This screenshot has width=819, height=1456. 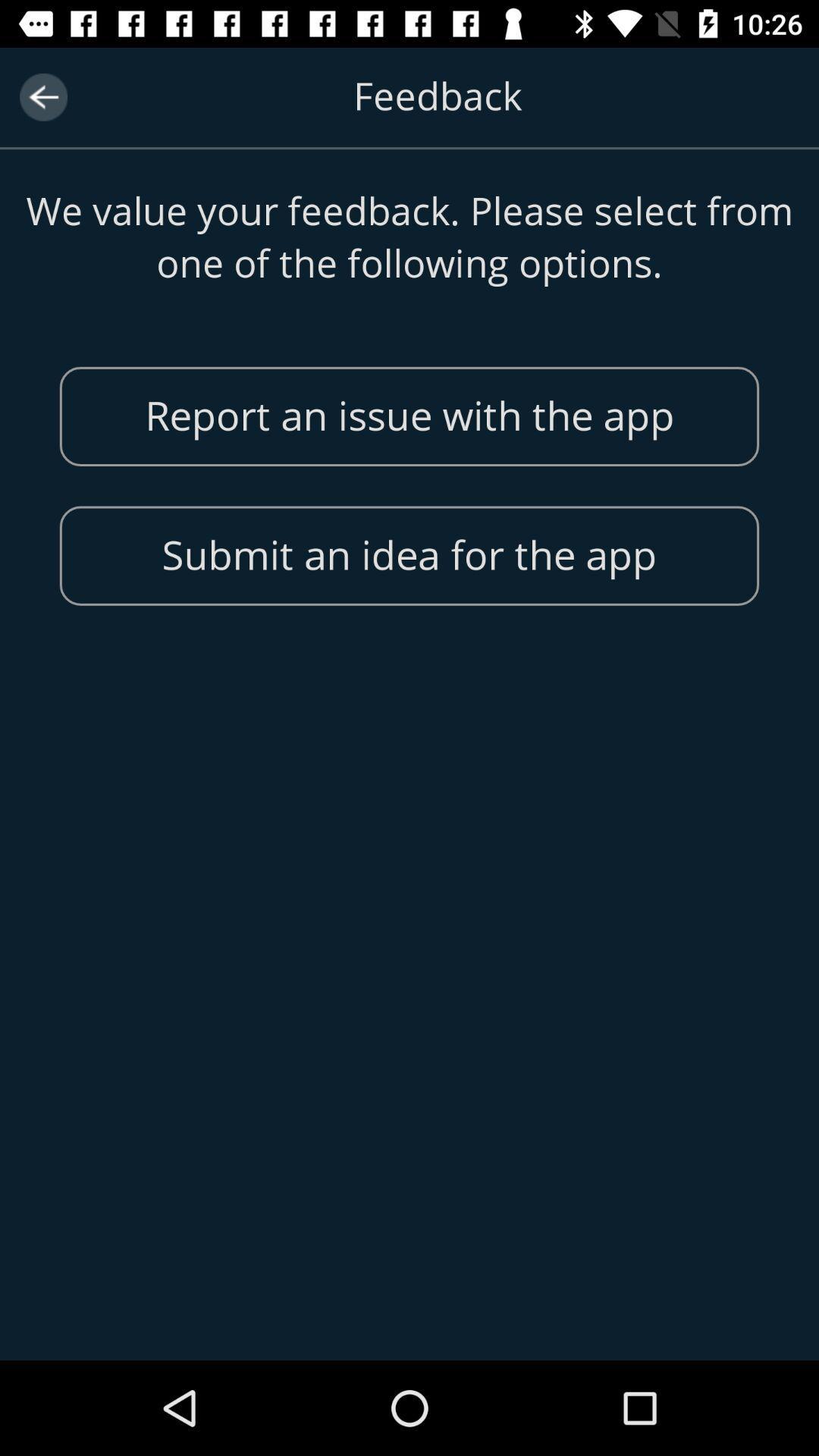 What do you see at coordinates (42, 96) in the screenshot?
I see `the arrow_backward icon` at bounding box center [42, 96].